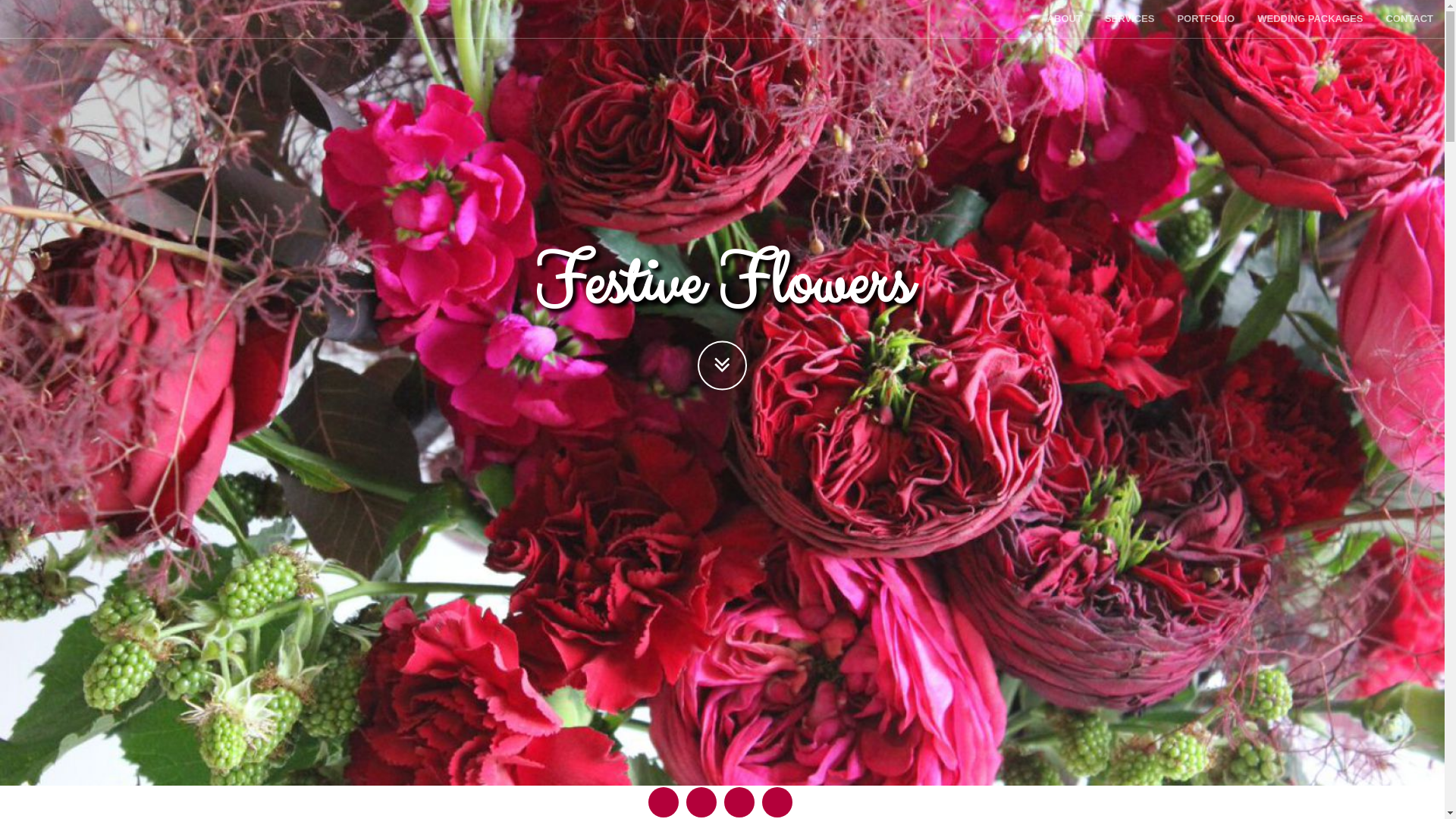 This screenshot has height=819, width=1456. I want to click on 'WEDDING PACKAGES', so click(1309, 18).